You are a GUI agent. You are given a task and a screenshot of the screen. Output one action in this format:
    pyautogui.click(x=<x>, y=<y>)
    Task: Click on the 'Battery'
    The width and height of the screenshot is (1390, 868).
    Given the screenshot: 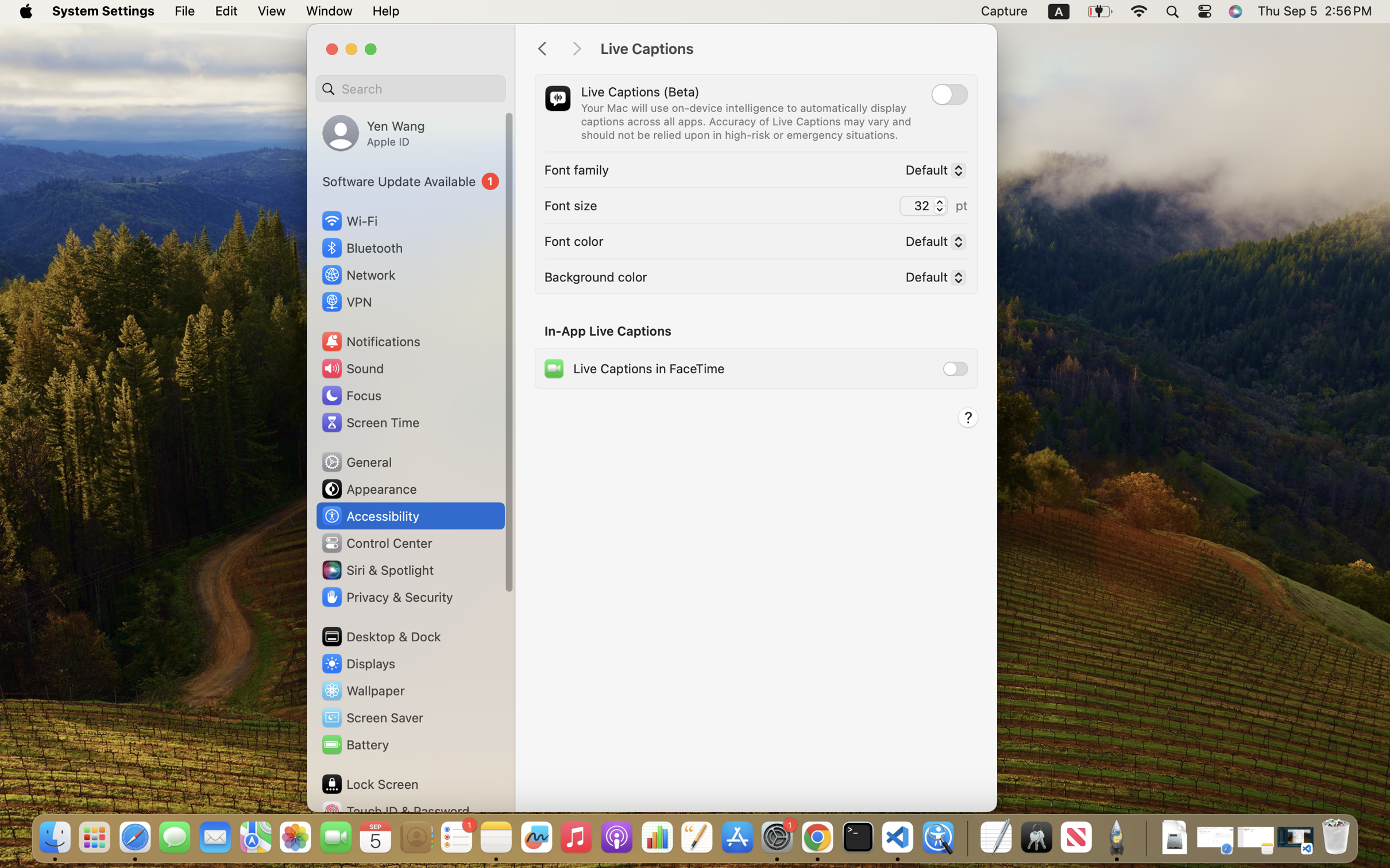 What is the action you would take?
    pyautogui.click(x=354, y=744)
    